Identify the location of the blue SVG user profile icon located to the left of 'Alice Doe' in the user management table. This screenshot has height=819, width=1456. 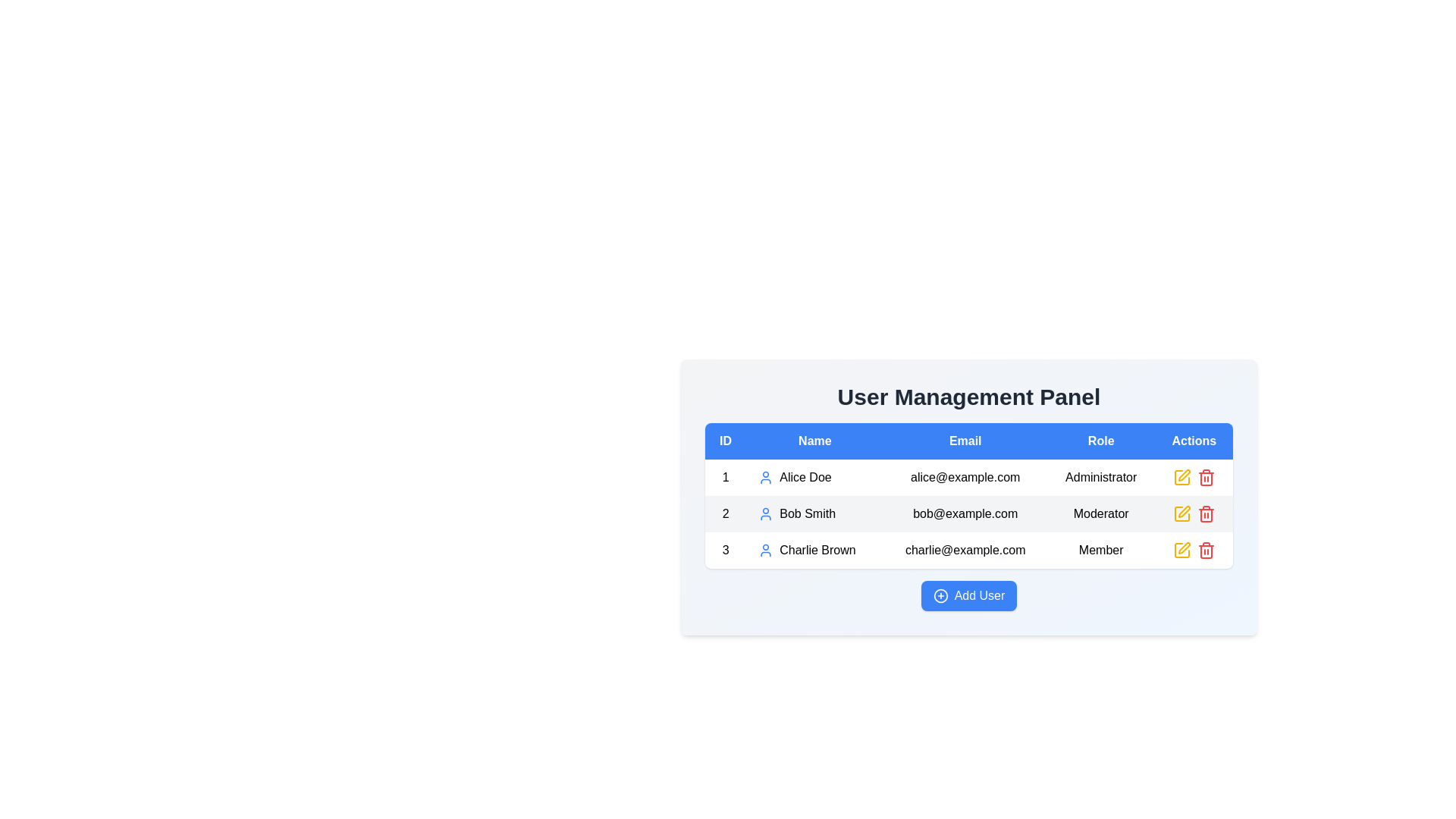
(766, 476).